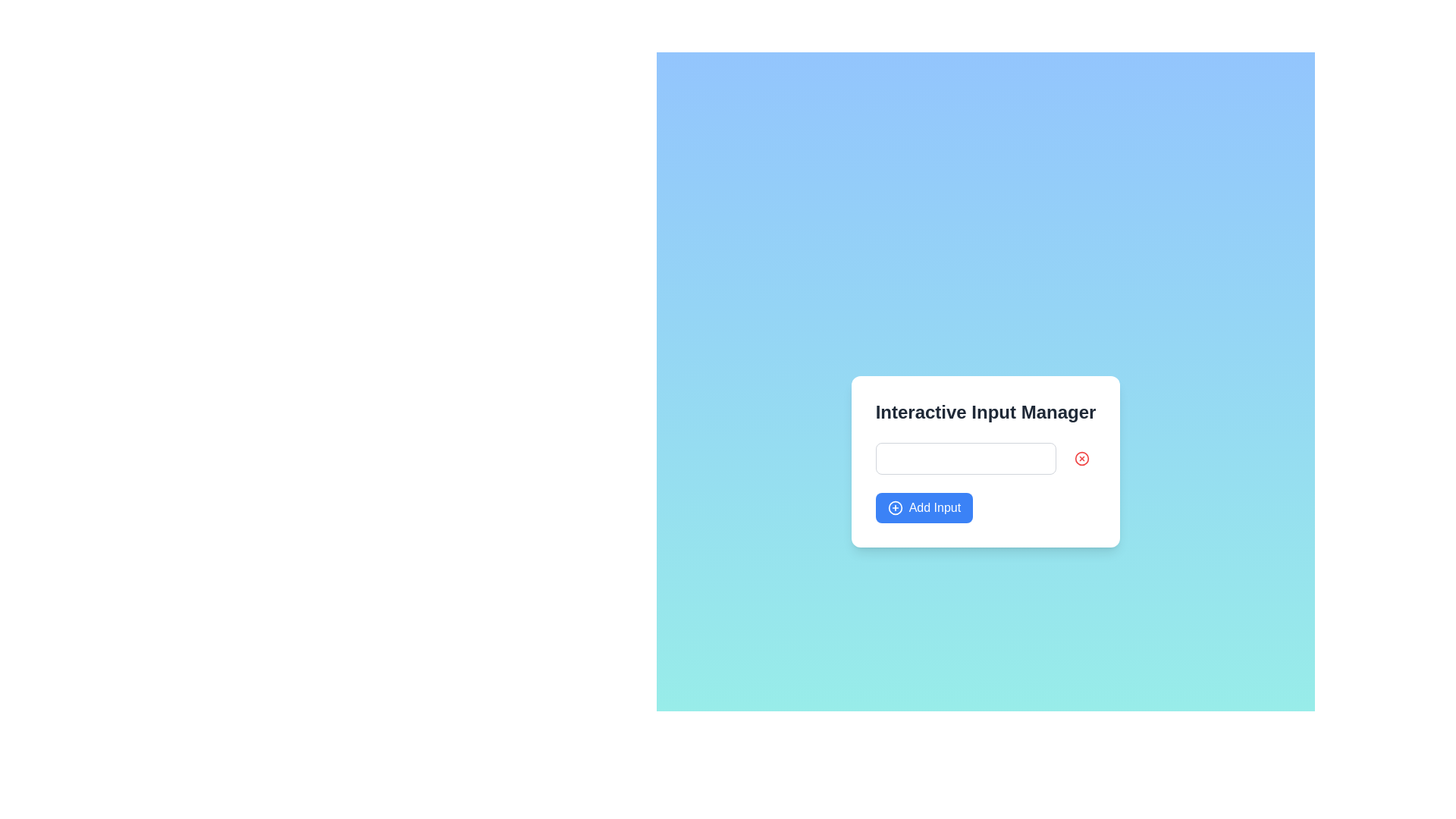 Image resolution: width=1456 pixels, height=819 pixels. Describe the element at coordinates (895, 508) in the screenshot. I see `the circular component of the '+' icon, which has a blue border and a white interior, located at the center of the '+' sign` at that location.